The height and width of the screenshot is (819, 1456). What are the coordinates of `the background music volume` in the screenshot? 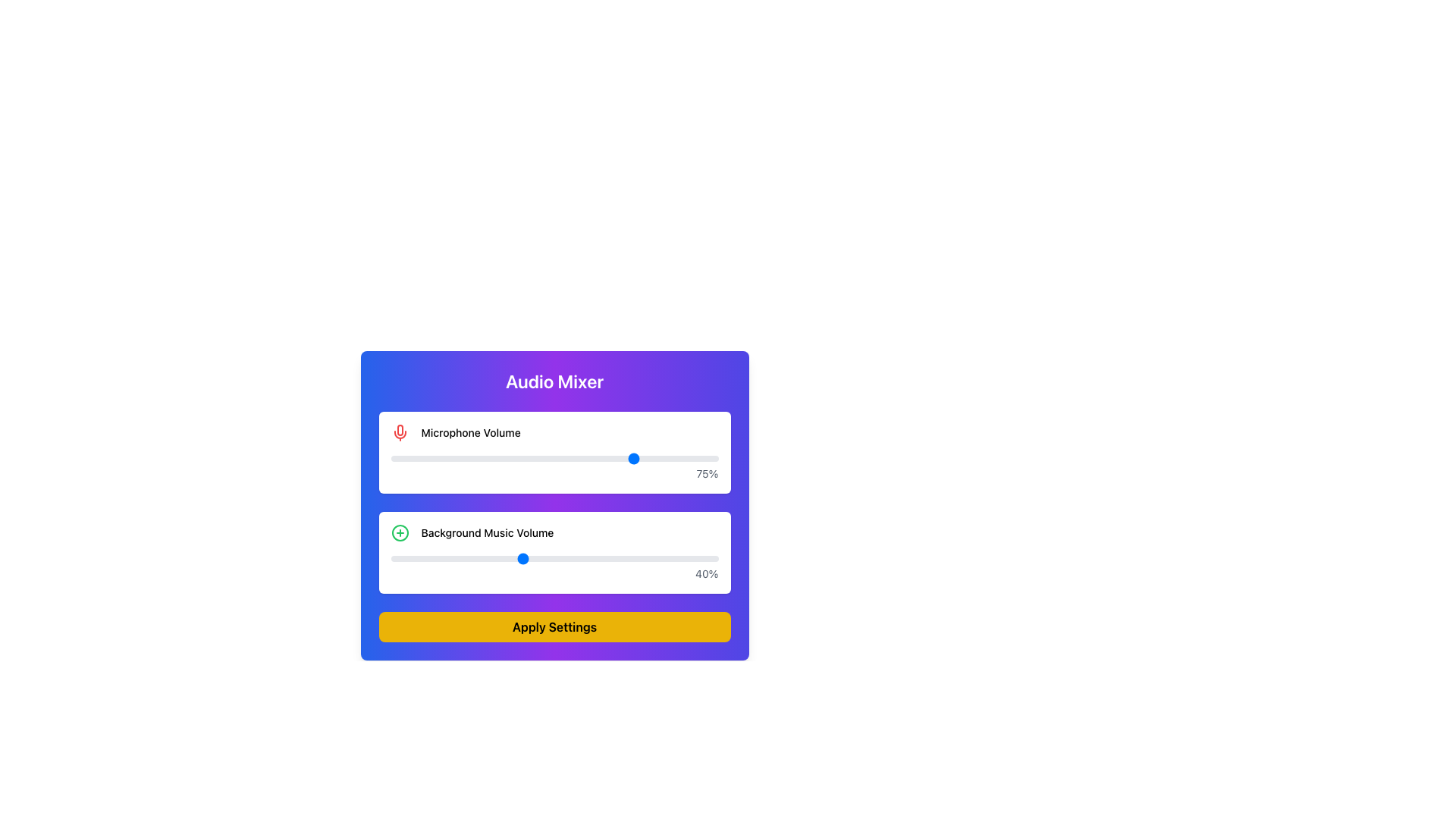 It's located at (403, 558).